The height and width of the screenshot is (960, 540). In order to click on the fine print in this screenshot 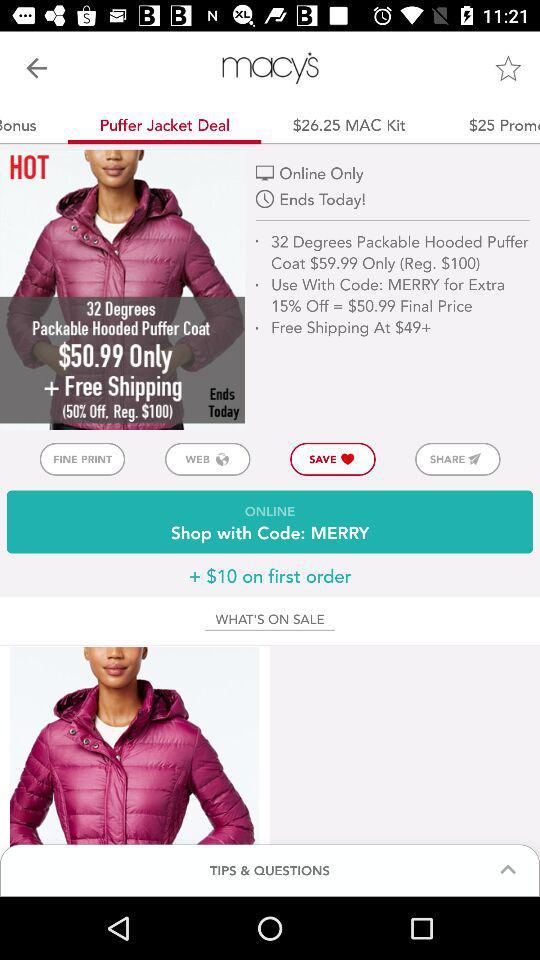, I will do `click(81, 459)`.